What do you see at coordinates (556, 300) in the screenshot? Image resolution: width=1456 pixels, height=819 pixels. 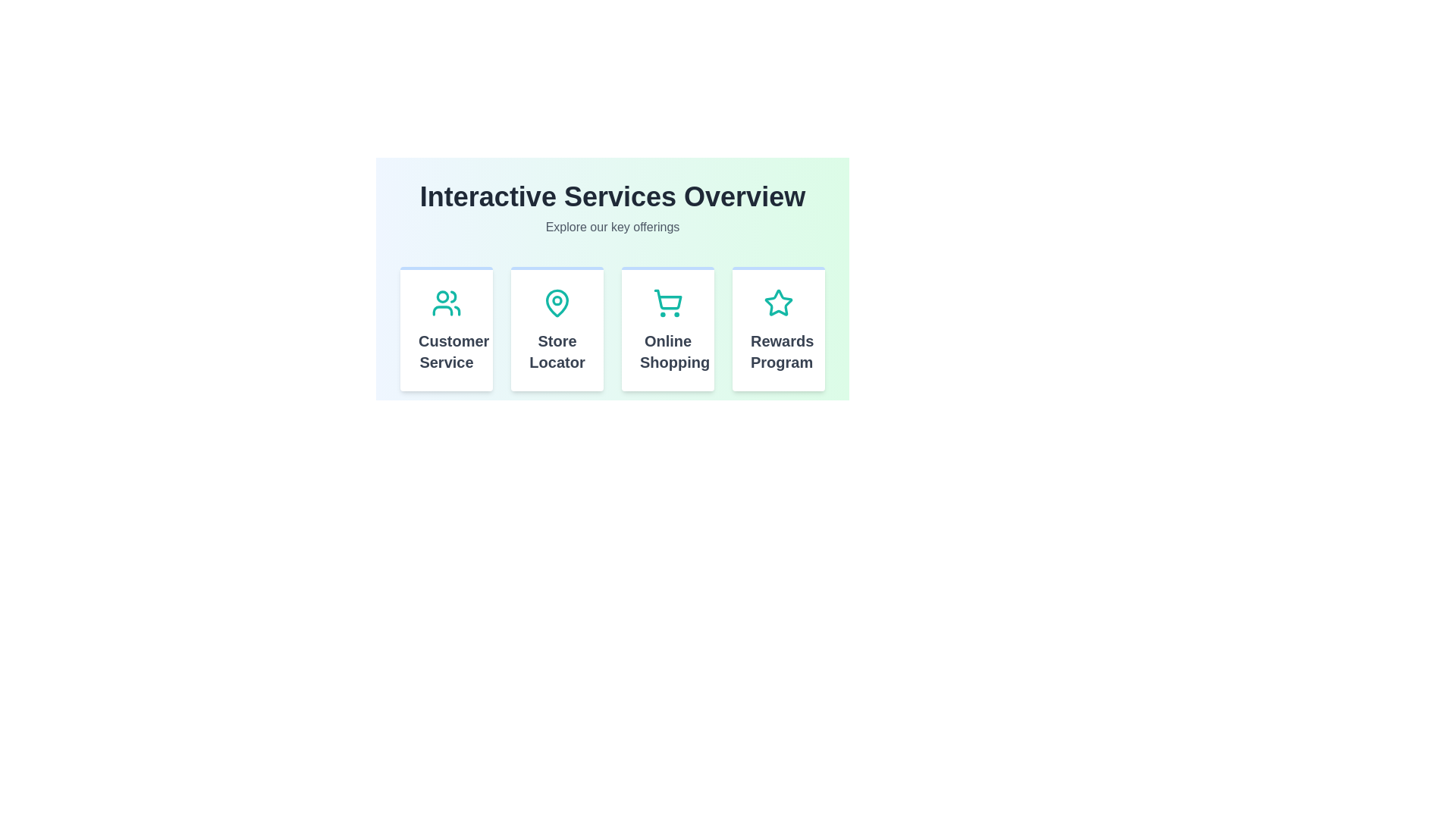 I see `the teal circular decorative component within the 'Store Locator' map pin icon, located at the center of the icon on the second card from the left` at bounding box center [556, 300].